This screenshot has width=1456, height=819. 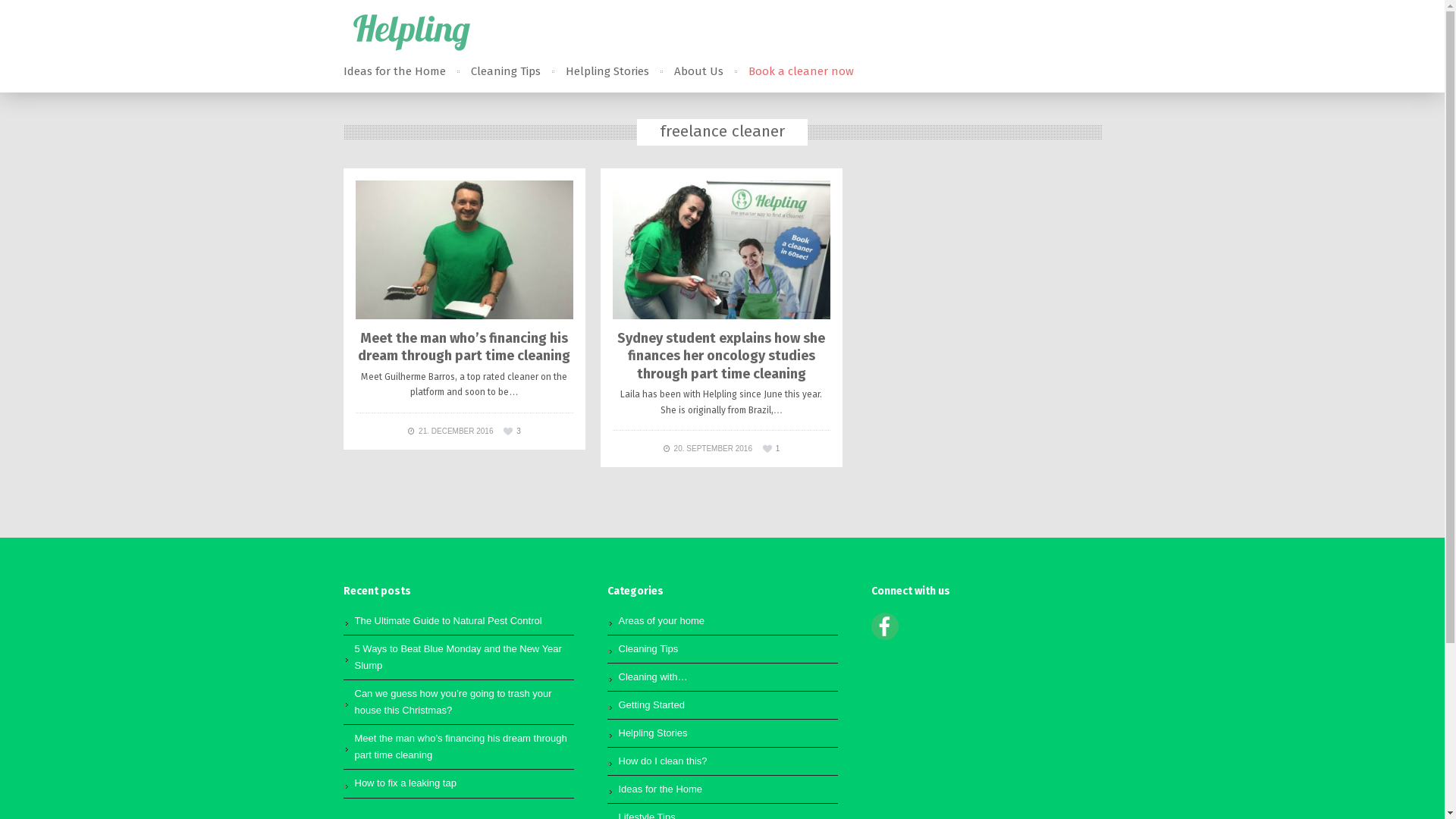 What do you see at coordinates (447, 620) in the screenshot?
I see `'The Ultimate Guide to Natural Pest Control'` at bounding box center [447, 620].